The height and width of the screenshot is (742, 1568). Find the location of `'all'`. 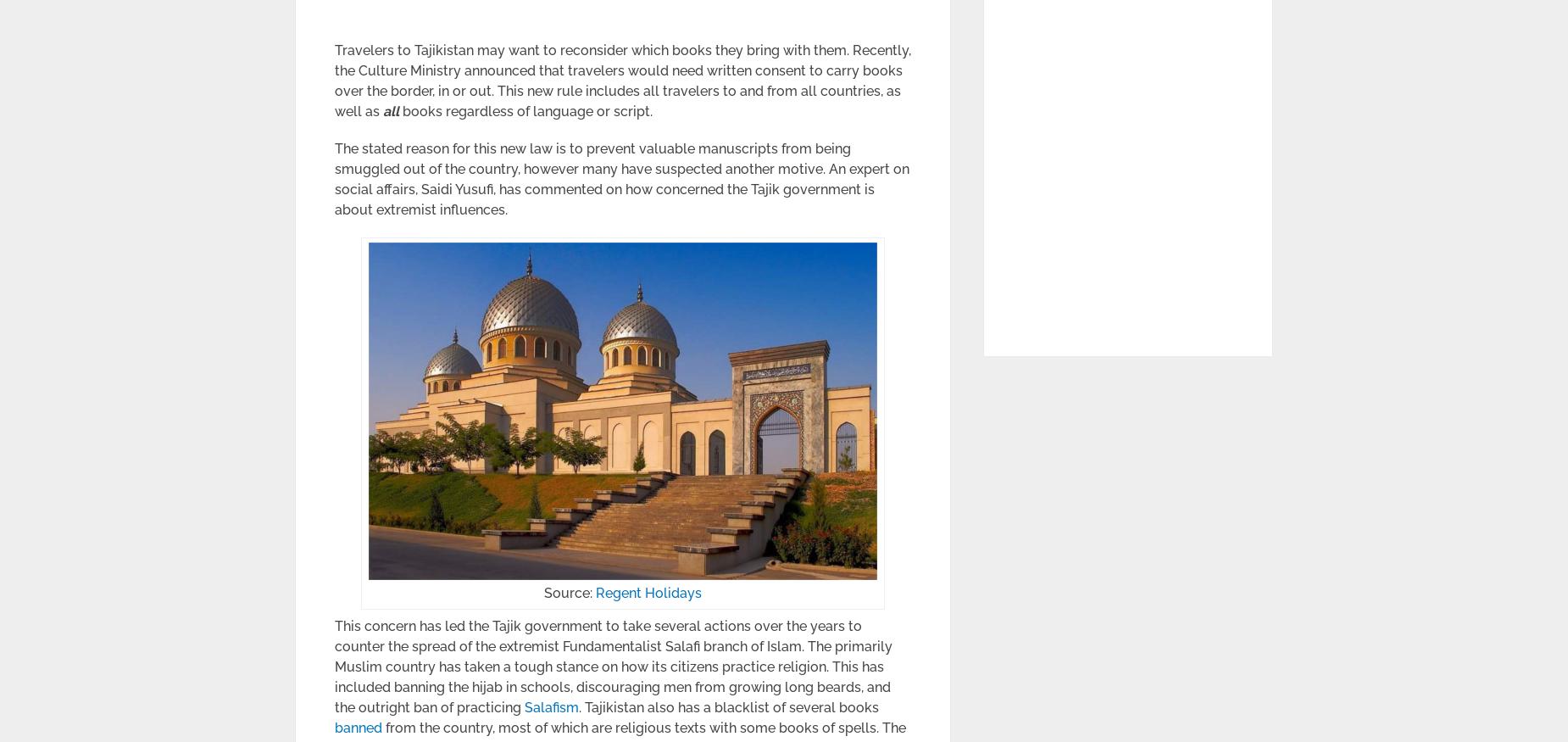

'all' is located at coordinates (390, 110).